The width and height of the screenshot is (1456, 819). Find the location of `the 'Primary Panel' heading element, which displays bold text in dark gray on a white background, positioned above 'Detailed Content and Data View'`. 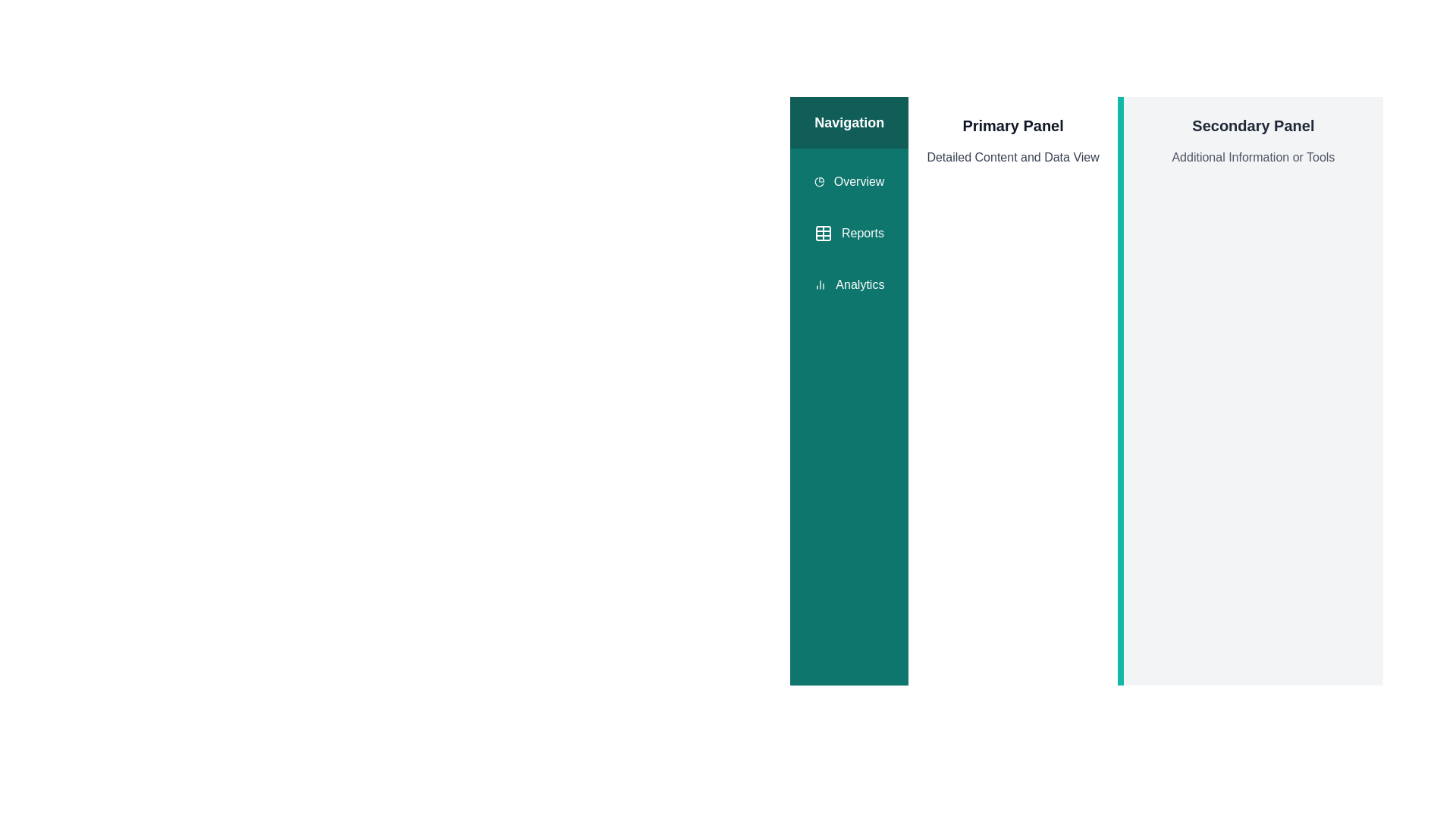

the 'Primary Panel' heading element, which displays bold text in dark gray on a white background, positioned above 'Detailed Content and Data View' is located at coordinates (1013, 124).